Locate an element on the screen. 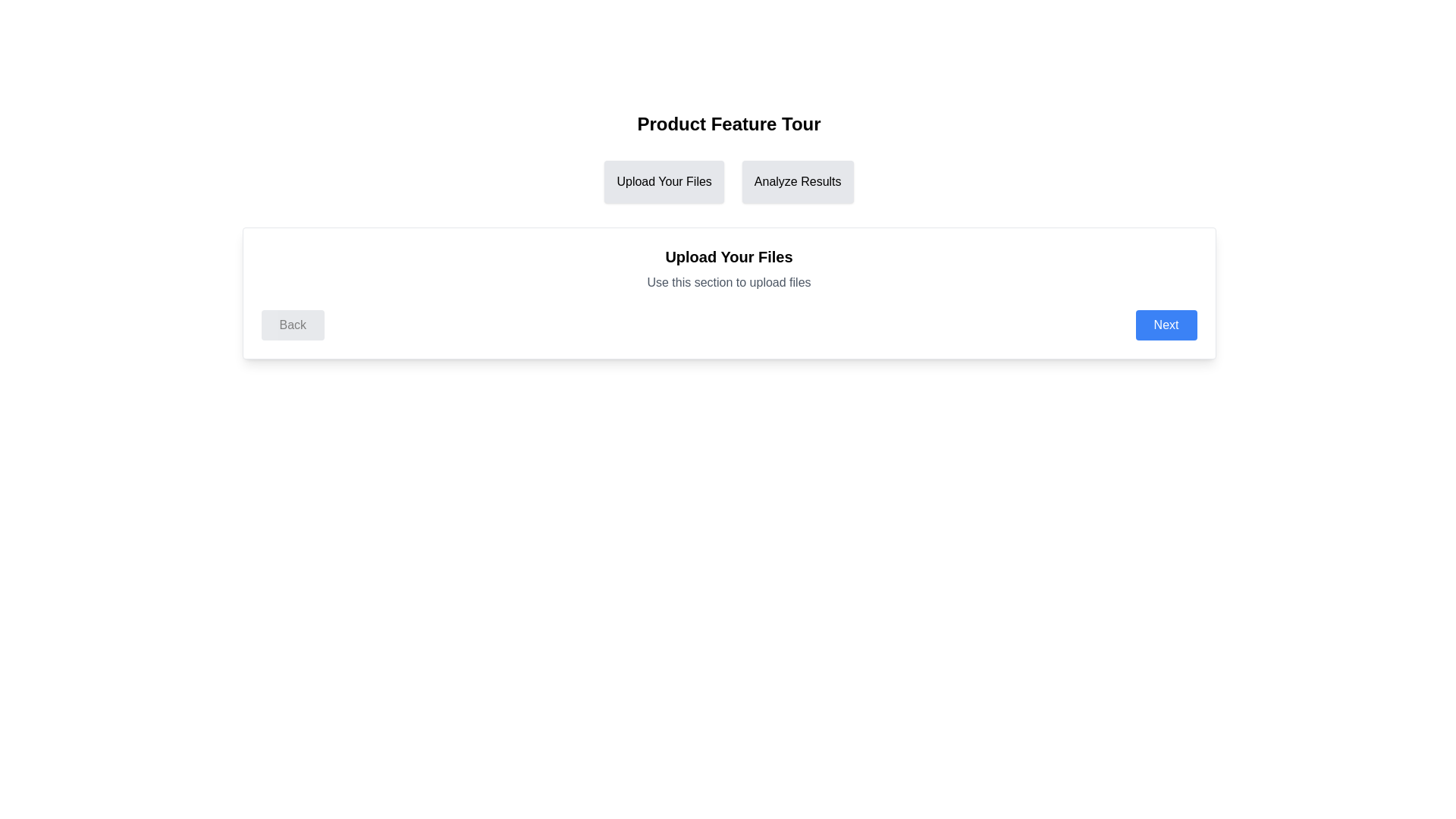  the heading text label located at the top center of the content area, which introduces the current feature or functionality is located at coordinates (729, 124).